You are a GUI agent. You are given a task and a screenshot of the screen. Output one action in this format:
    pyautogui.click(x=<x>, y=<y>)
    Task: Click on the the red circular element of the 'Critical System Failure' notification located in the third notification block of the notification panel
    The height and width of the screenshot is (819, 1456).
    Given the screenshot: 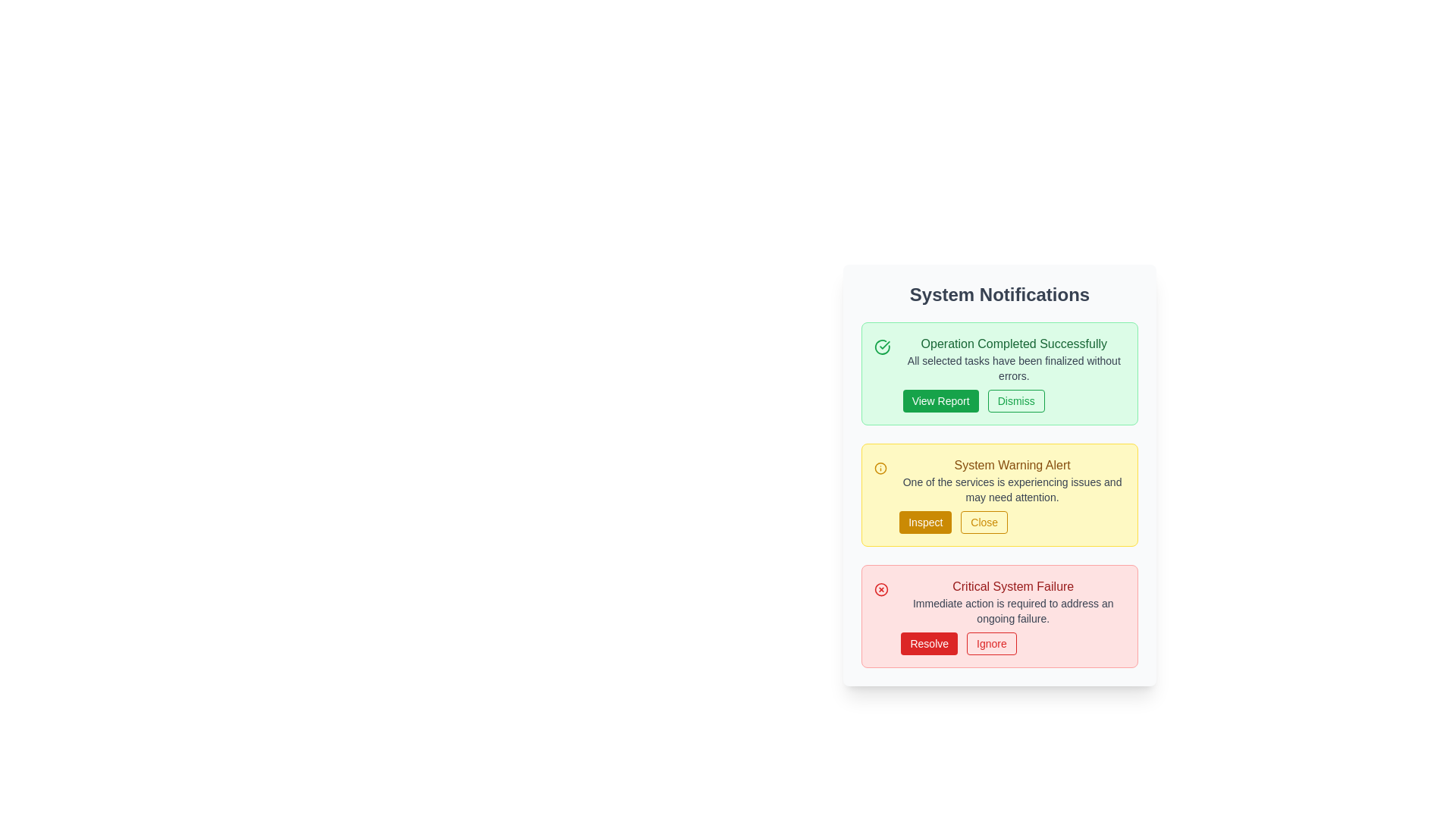 What is the action you would take?
    pyautogui.click(x=881, y=589)
    